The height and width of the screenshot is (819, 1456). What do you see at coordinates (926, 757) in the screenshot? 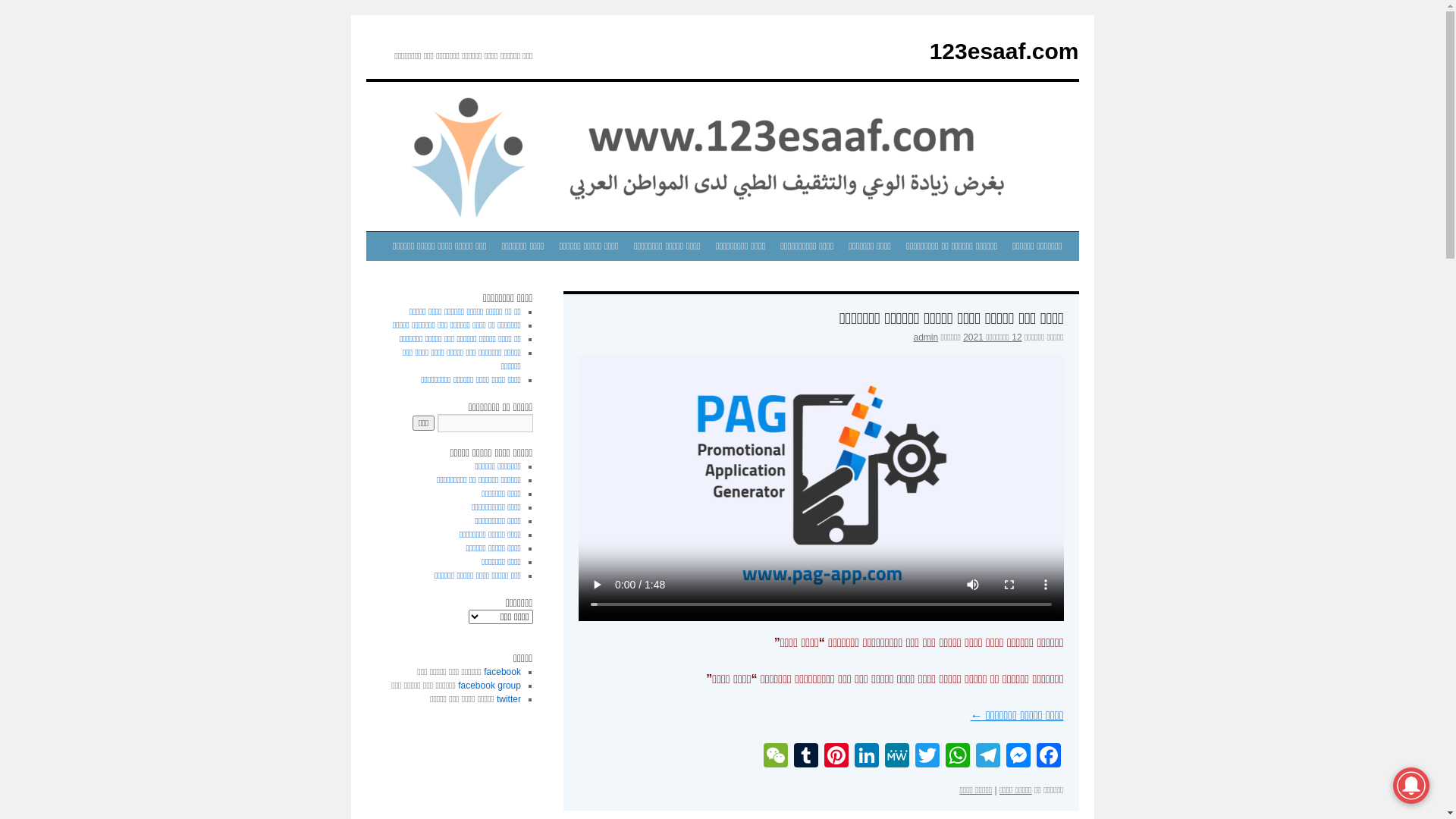
I see `'Twitter'` at bounding box center [926, 757].